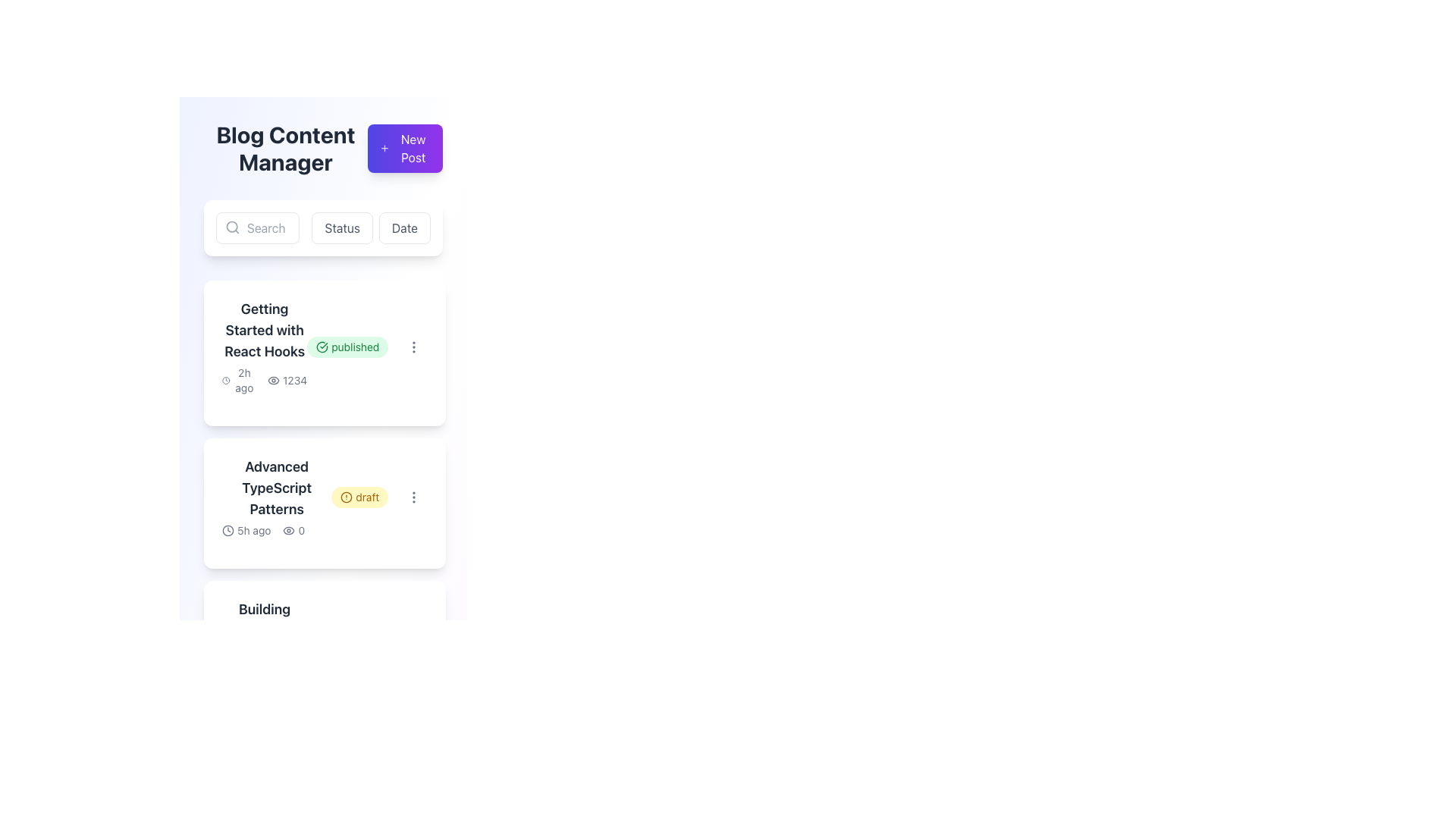 The width and height of the screenshot is (1456, 819). I want to click on the text input field located under the 'Blog Content Manager' section, to the left of the 'Status' and 'Date' buttons, so click(258, 227).